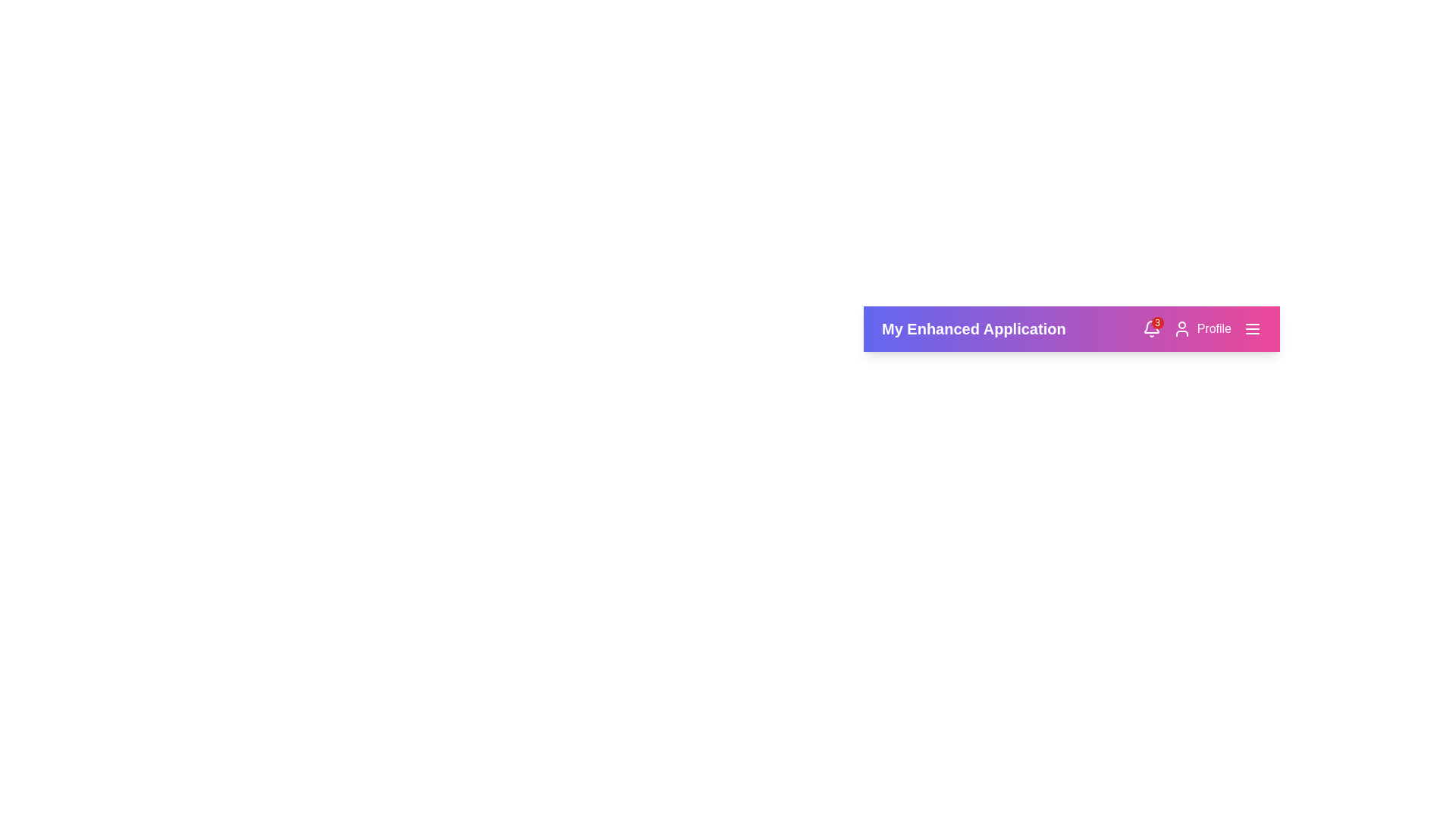 The width and height of the screenshot is (1456, 819). I want to click on the menu icon in the StyledAppBar component, so click(1252, 328).